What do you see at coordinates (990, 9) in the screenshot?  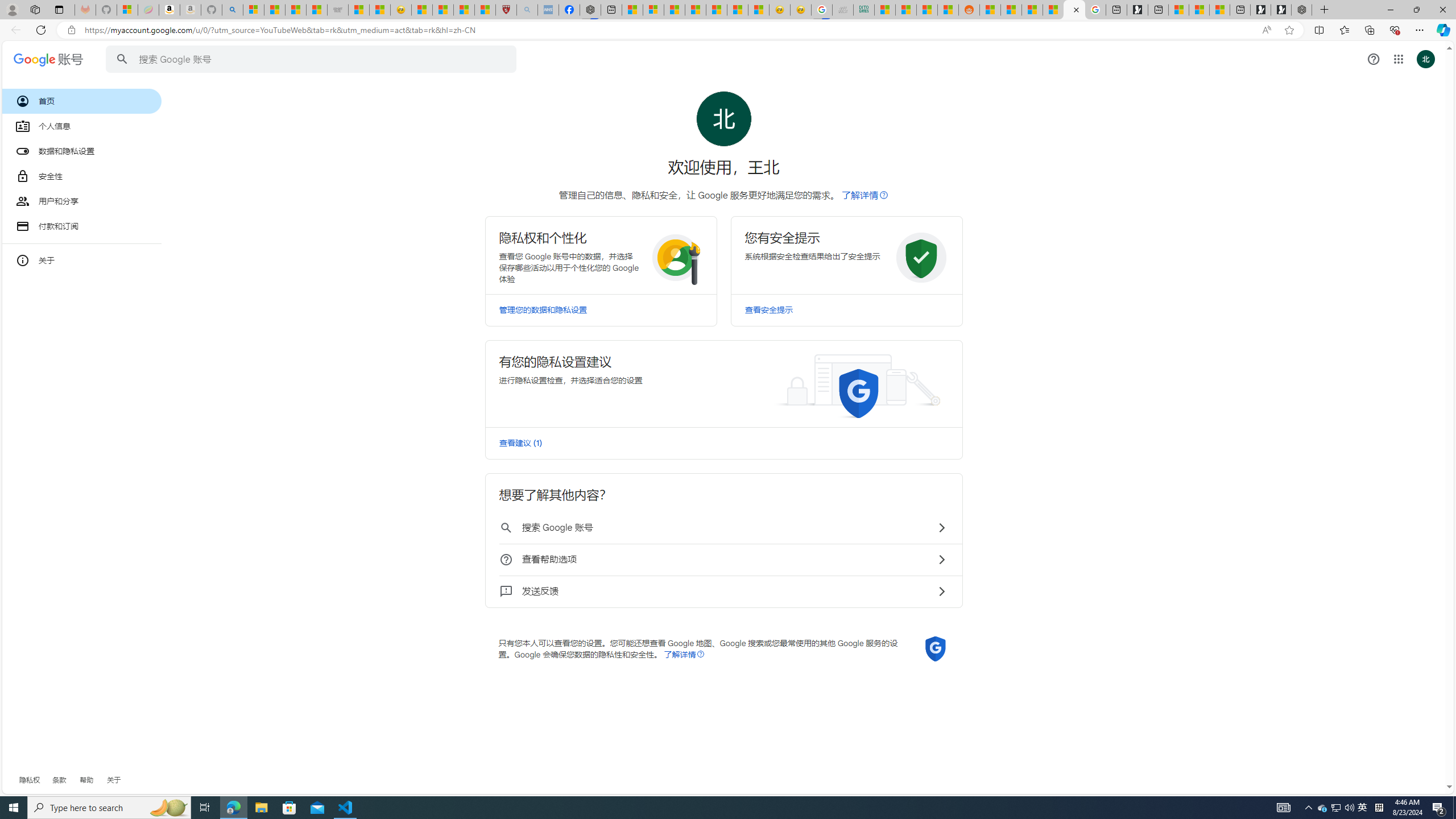 I see `'R******* | Trusted Community Engagement and Contributions'` at bounding box center [990, 9].